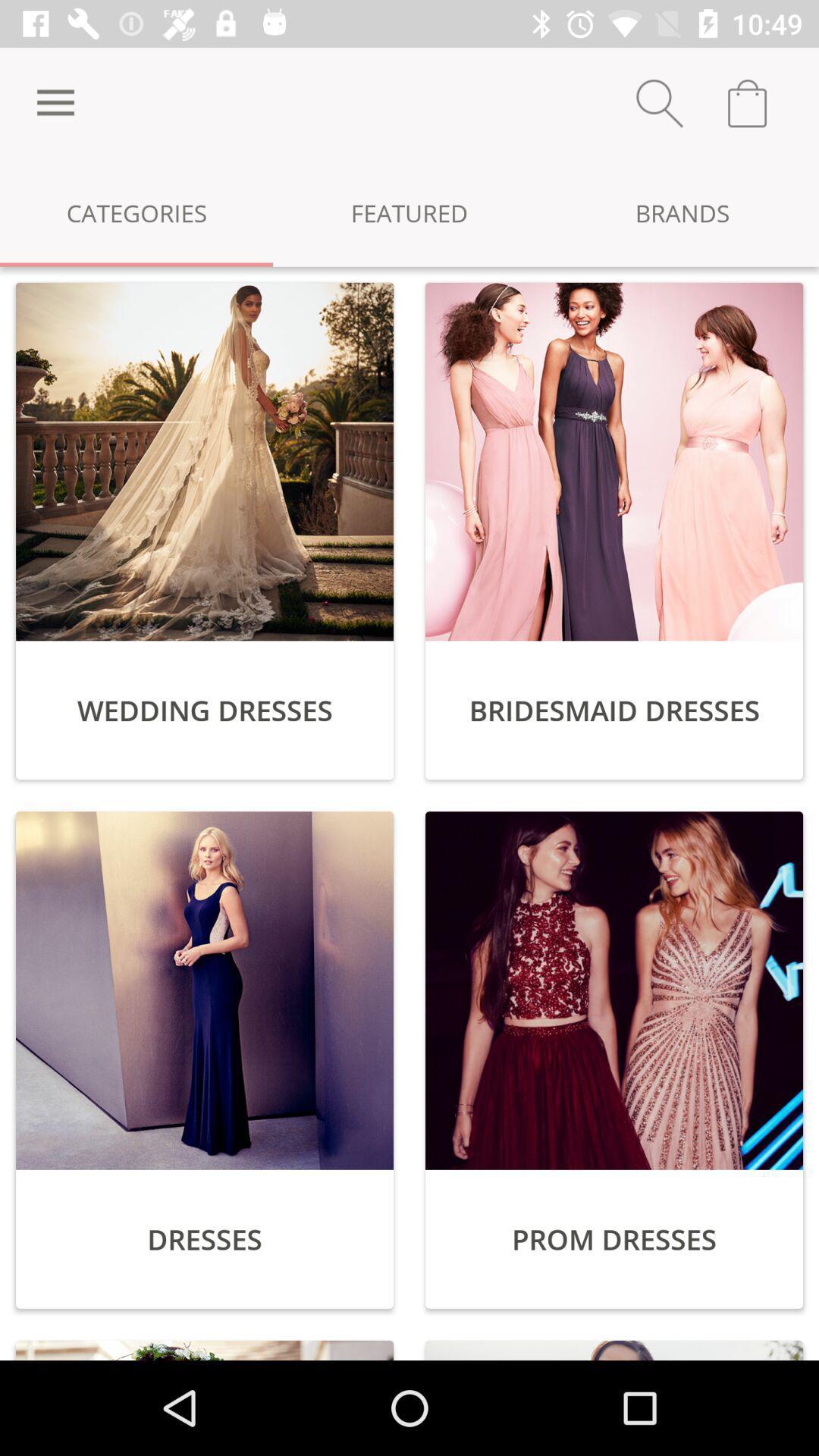  Describe the element at coordinates (681, 212) in the screenshot. I see `the item to the right of the featured` at that location.